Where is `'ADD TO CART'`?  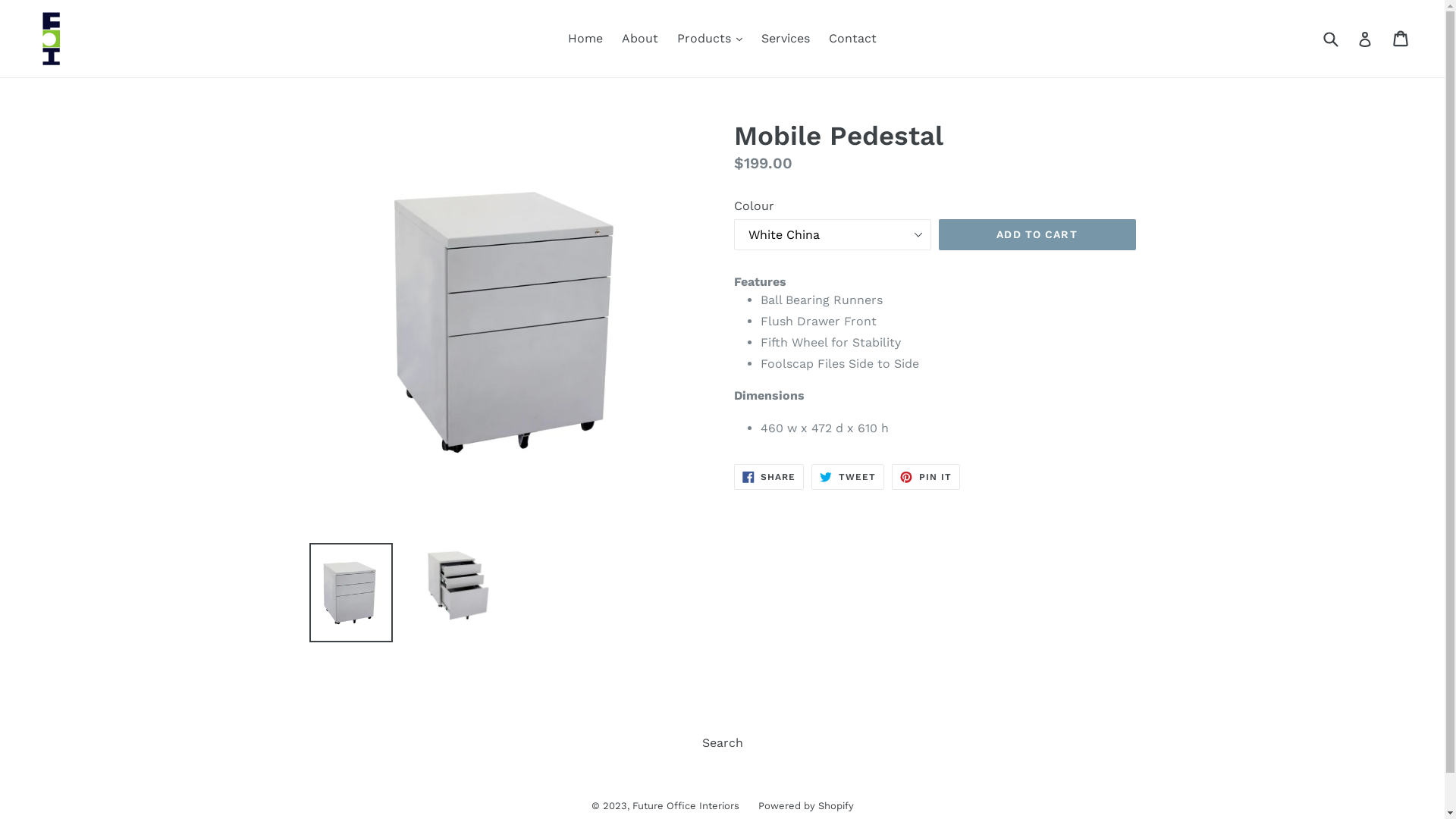
'ADD TO CART' is located at coordinates (1037, 234).